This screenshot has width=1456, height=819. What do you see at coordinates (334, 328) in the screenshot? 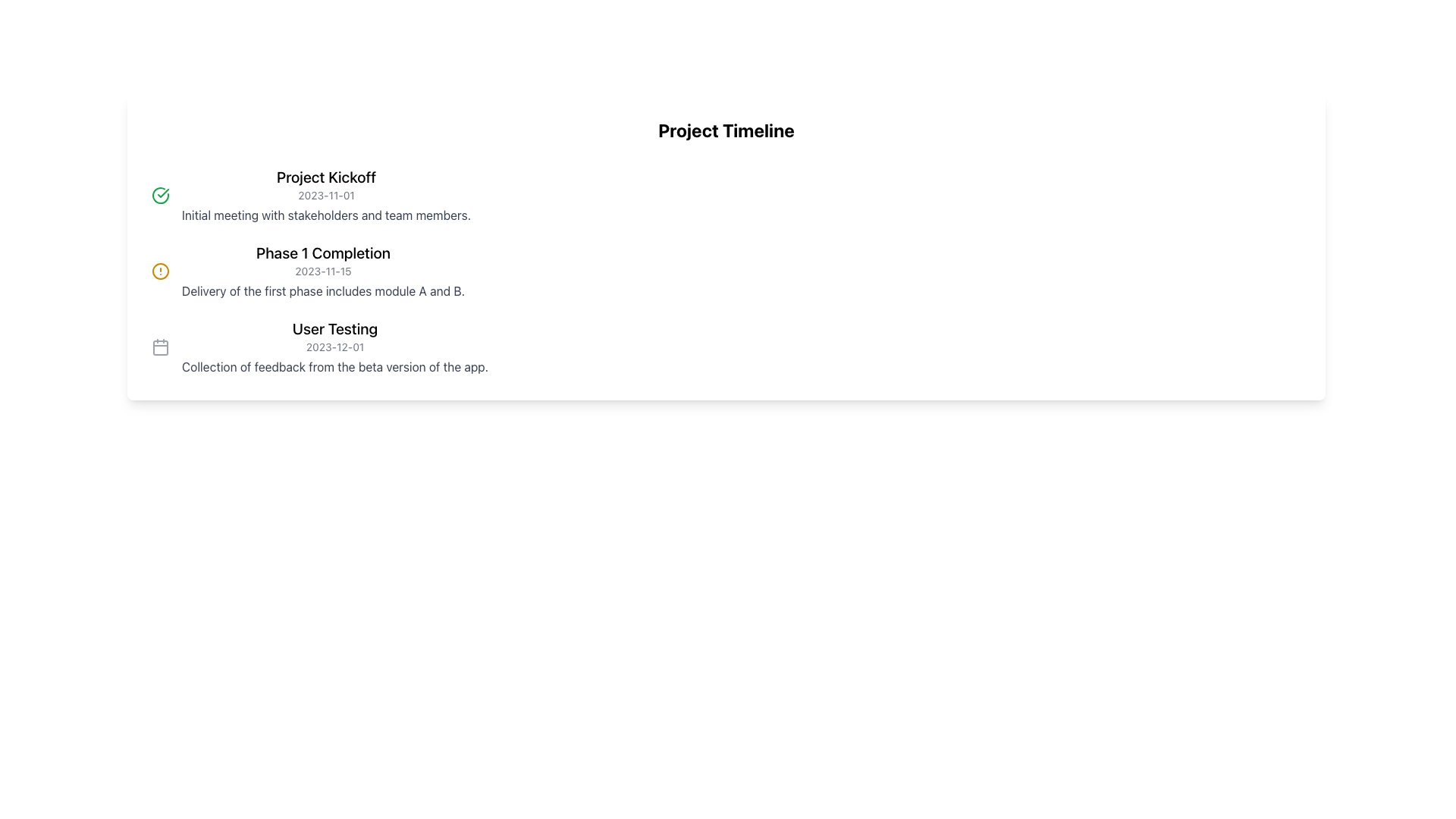
I see `the text label displaying 'User Testing', which is bold and larger in font, positioned above the date '2023-12-01' within the 'Project Timeline' section` at bounding box center [334, 328].